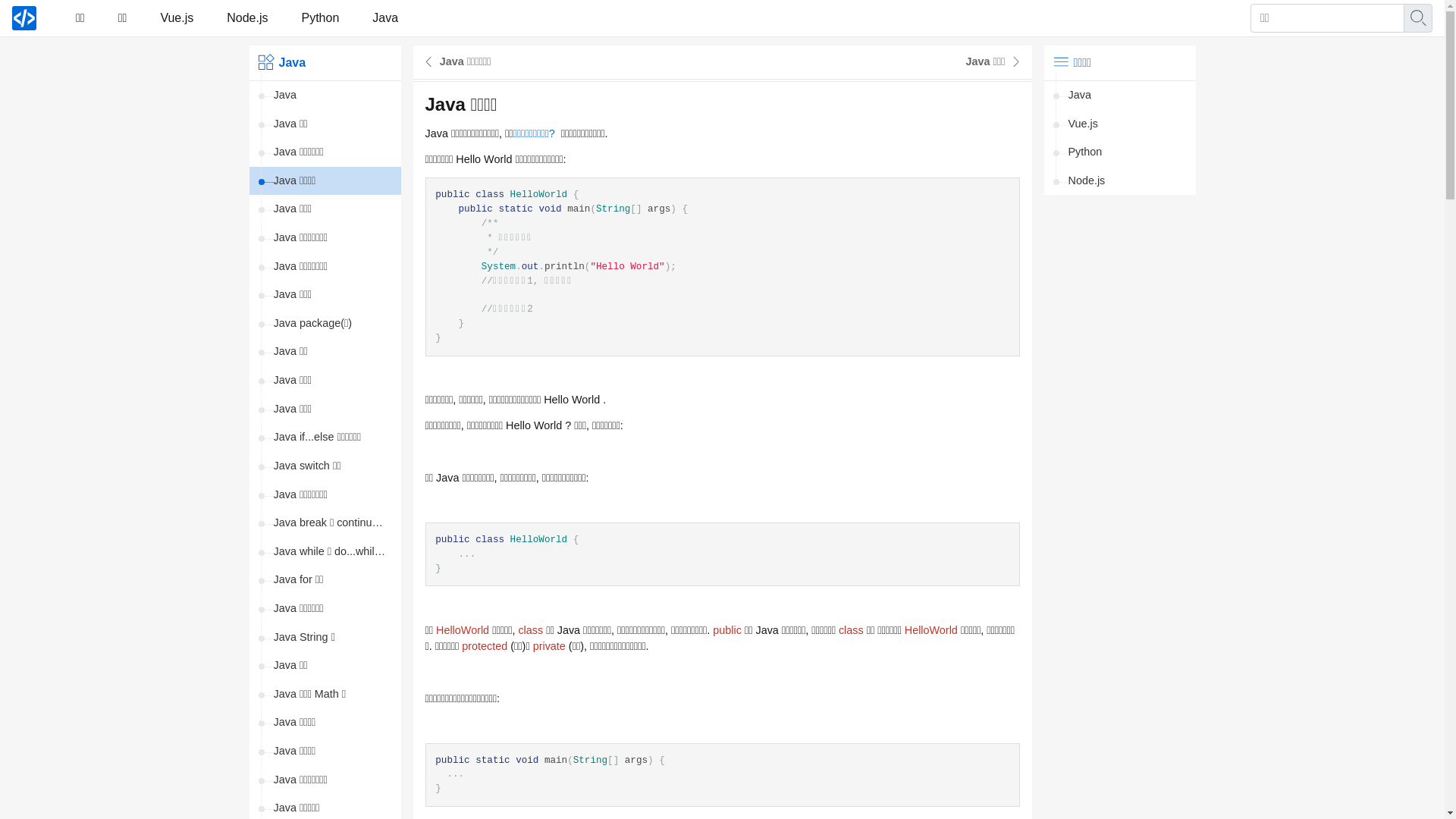  Describe the element at coordinates (1055, 152) in the screenshot. I see `'Python'` at that location.